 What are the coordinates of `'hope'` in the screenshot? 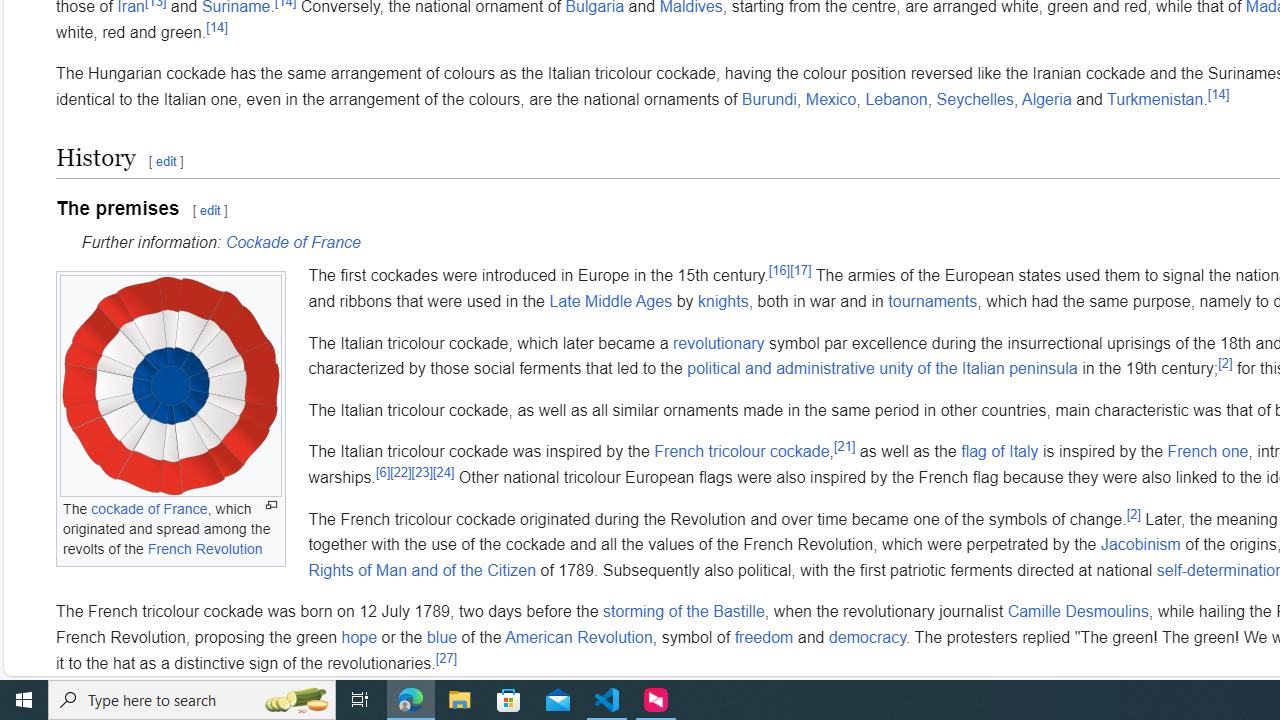 It's located at (359, 636).